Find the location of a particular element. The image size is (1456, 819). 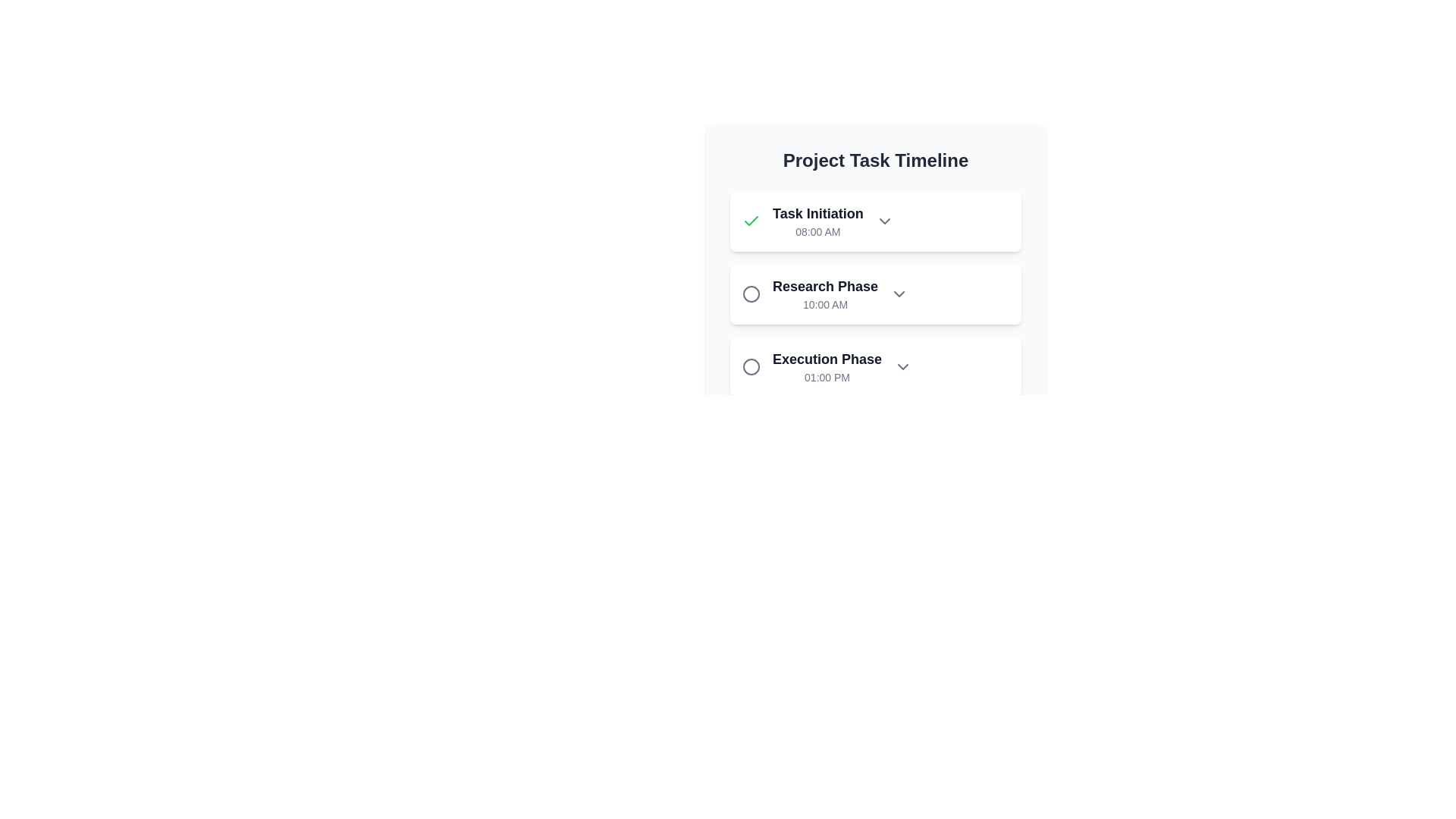

the 'Research Phase' label in the 'Project Task Timeline', which indicates the specific phase of the project along with its time '10:00 AM' is located at coordinates (824, 294).